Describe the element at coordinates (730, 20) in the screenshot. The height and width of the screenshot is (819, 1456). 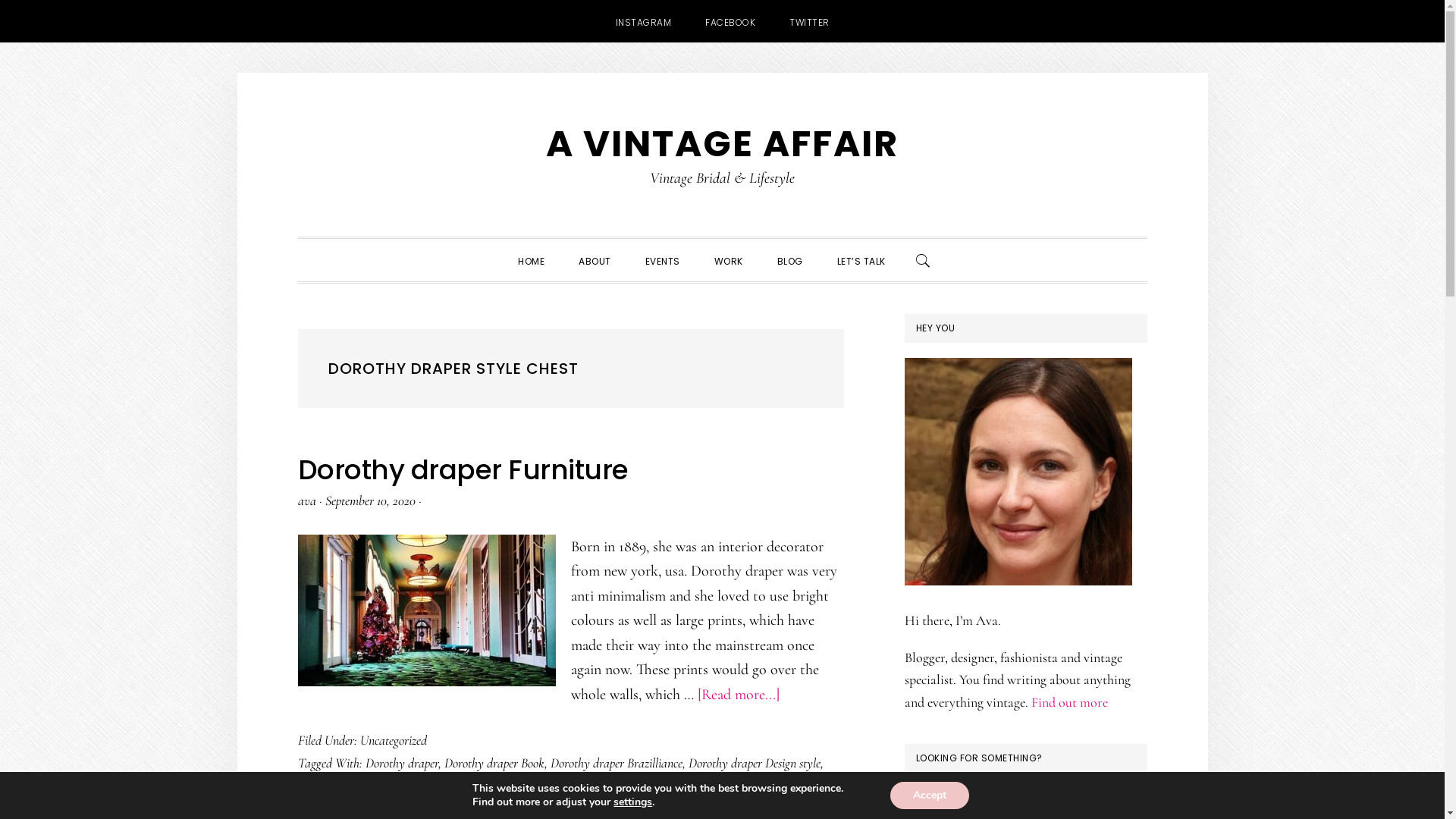
I see `'FACEBOOK'` at that location.